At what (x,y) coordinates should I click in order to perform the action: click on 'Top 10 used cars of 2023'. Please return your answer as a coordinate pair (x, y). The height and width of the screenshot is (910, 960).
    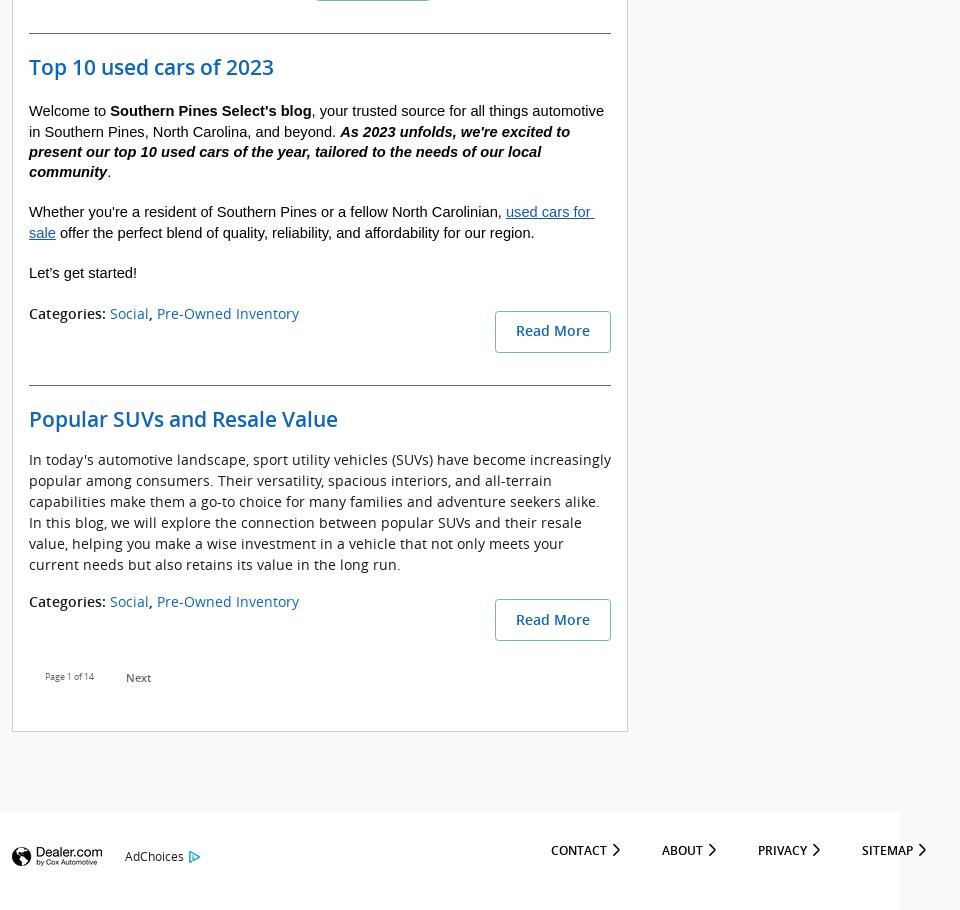
    Looking at the image, I should click on (150, 66).